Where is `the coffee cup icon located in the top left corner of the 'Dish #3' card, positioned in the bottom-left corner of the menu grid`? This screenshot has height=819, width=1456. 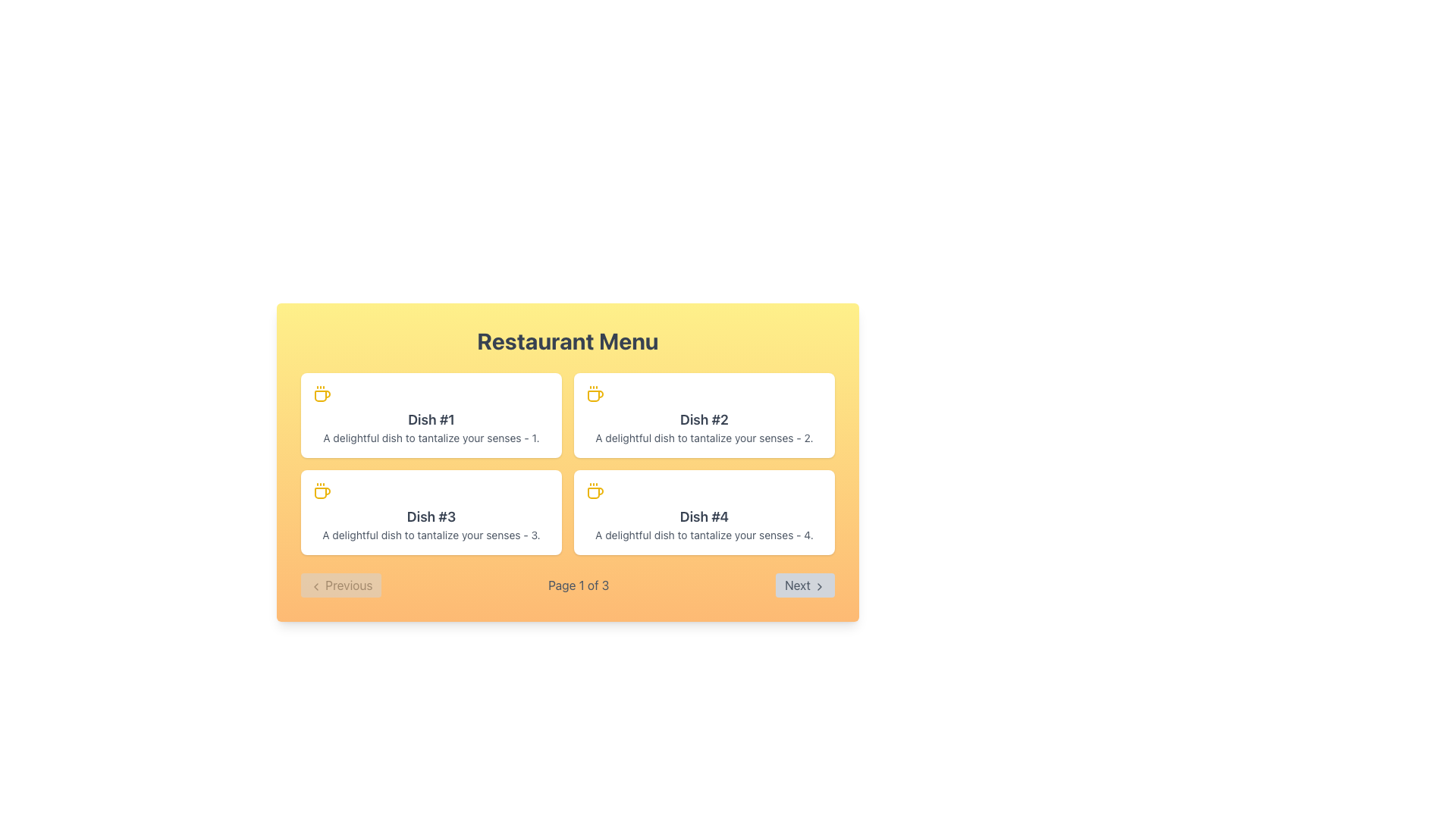
the coffee cup icon located in the top left corner of the 'Dish #3' card, positioned in the bottom-left corner of the menu grid is located at coordinates (322, 491).